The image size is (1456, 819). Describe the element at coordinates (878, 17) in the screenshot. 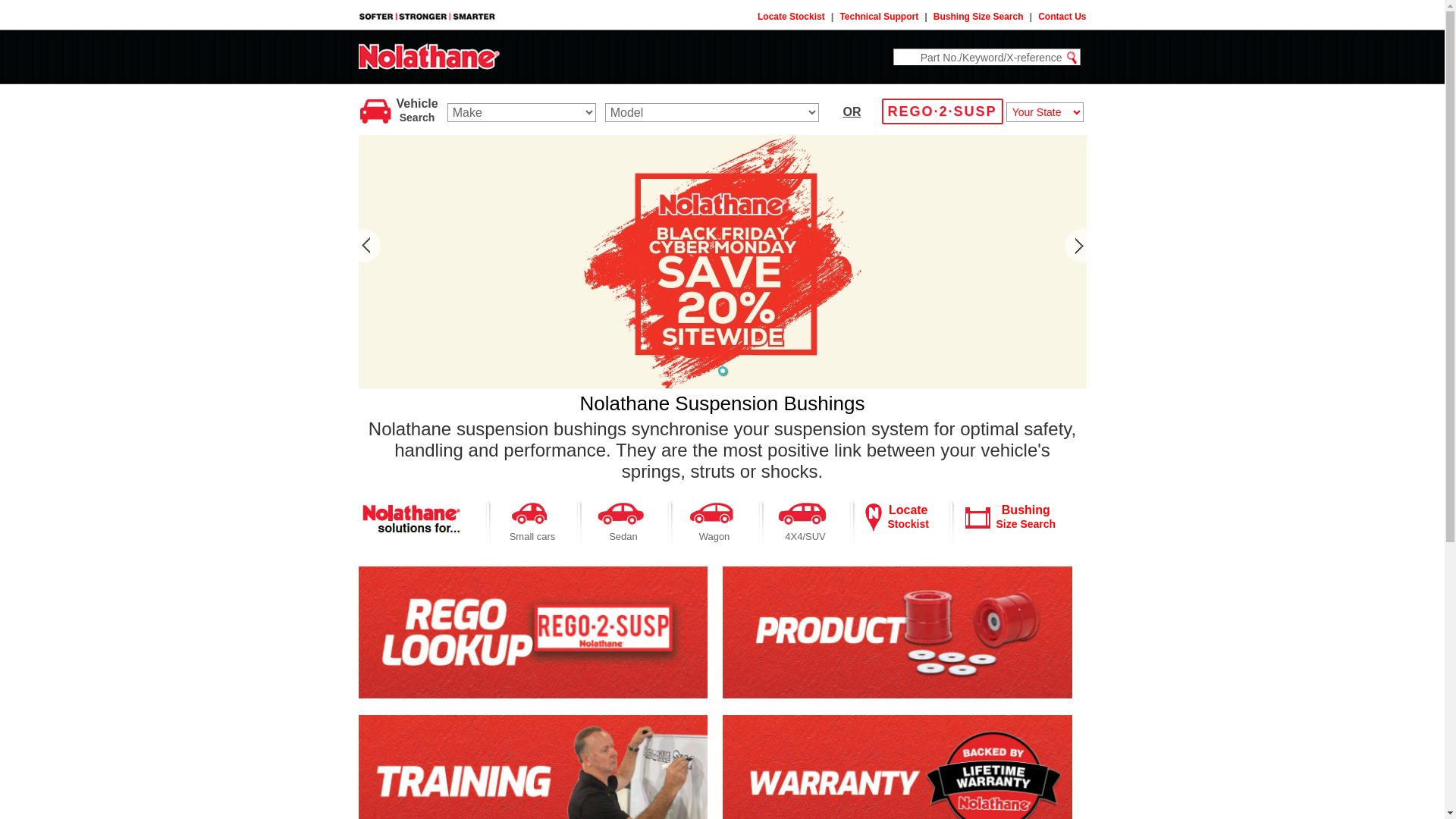

I see `'Technical Support'` at that location.